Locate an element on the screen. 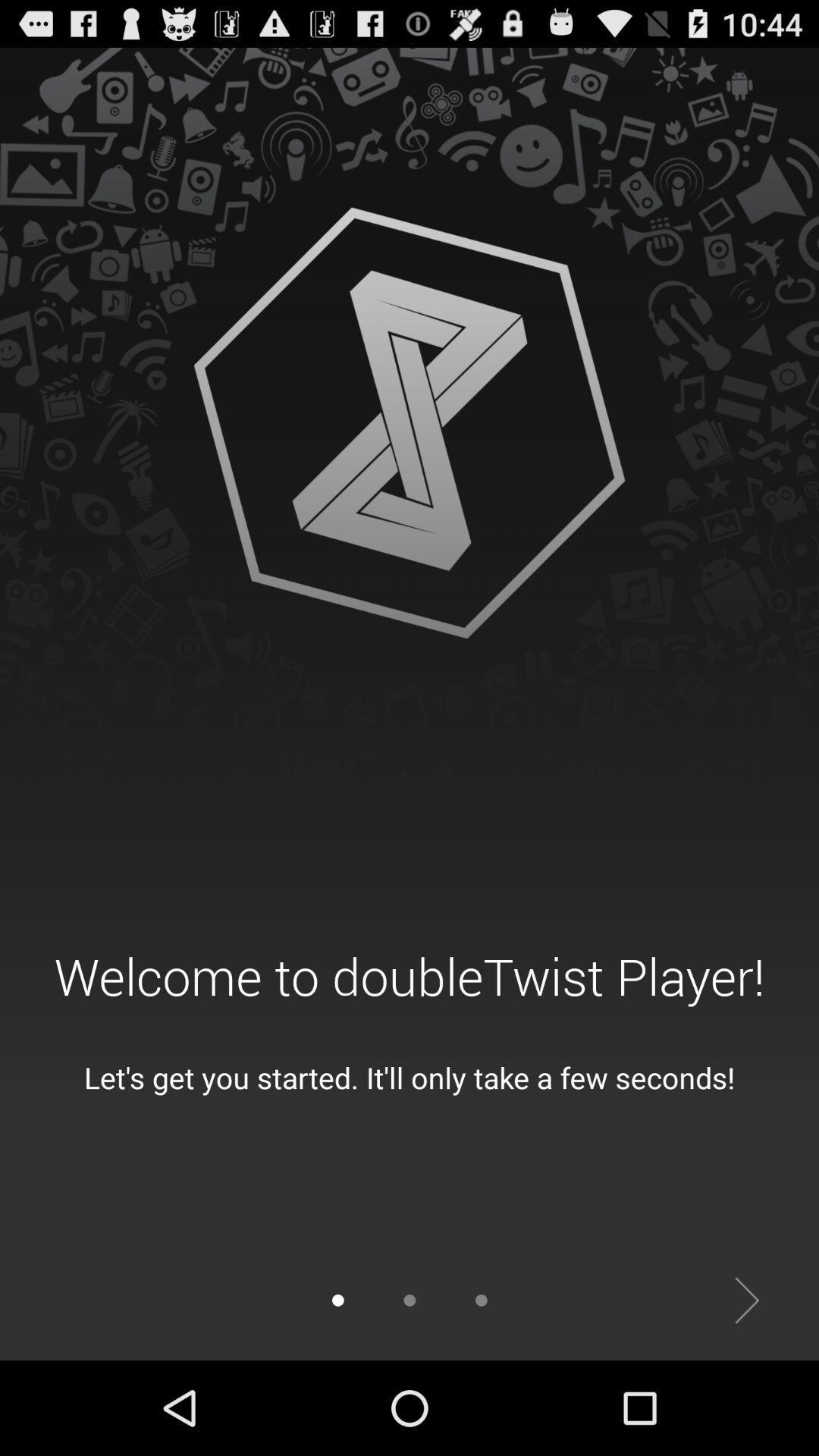 This screenshot has height=1456, width=819. the arrow_forward icon is located at coordinates (746, 1392).